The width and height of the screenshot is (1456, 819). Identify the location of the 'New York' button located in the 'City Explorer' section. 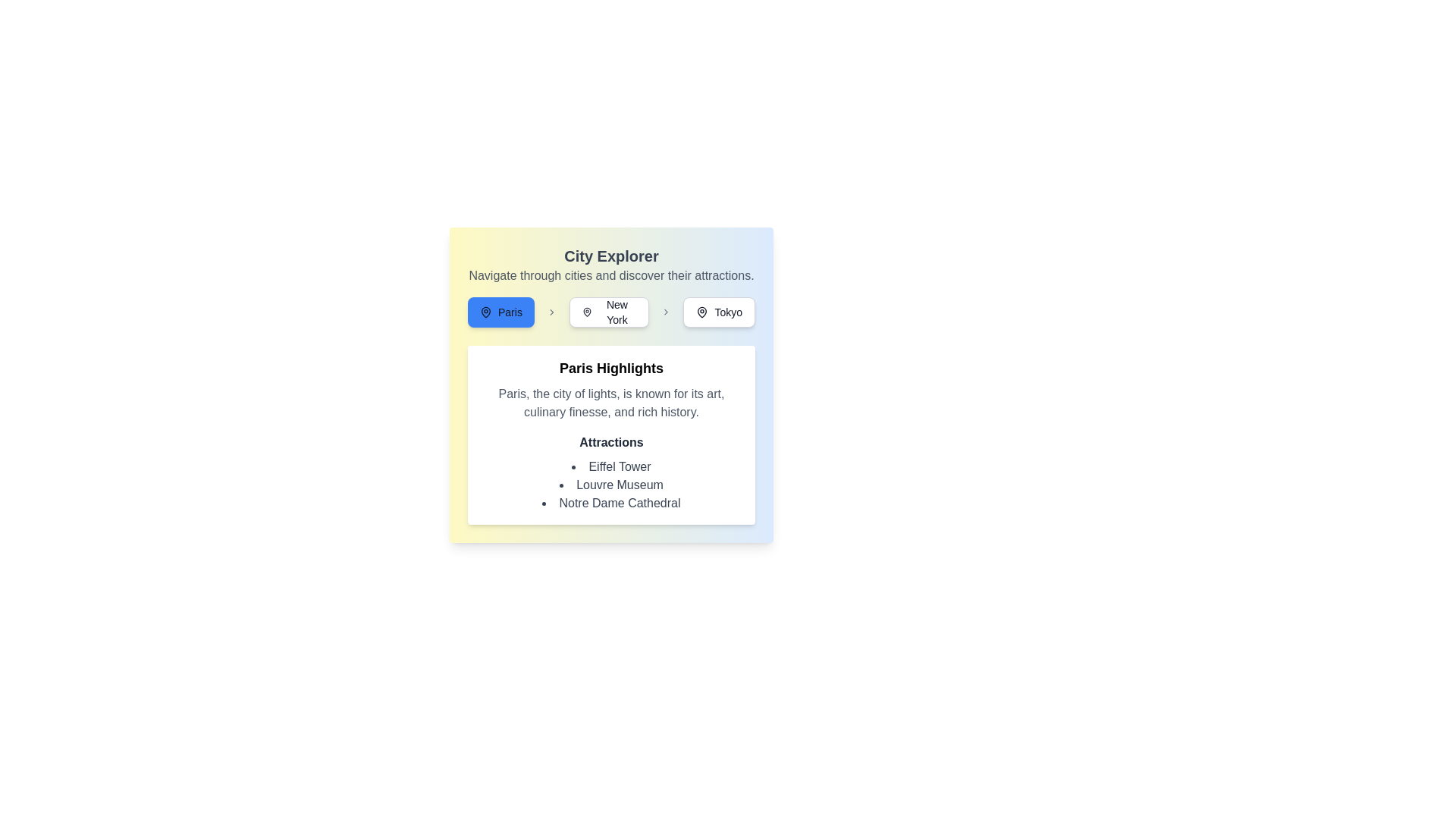
(611, 312).